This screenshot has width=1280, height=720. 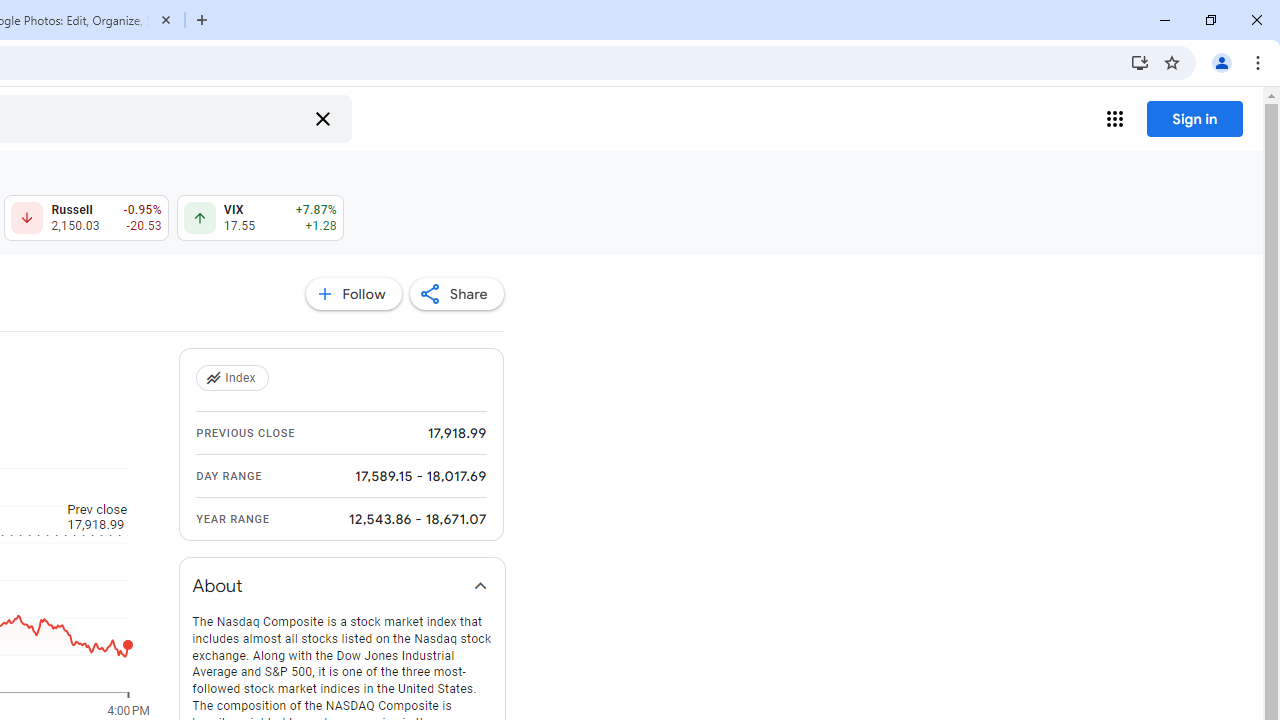 What do you see at coordinates (1139, 61) in the screenshot?
I see `'Install Google Finance'` at bounding box center [1139, 61].